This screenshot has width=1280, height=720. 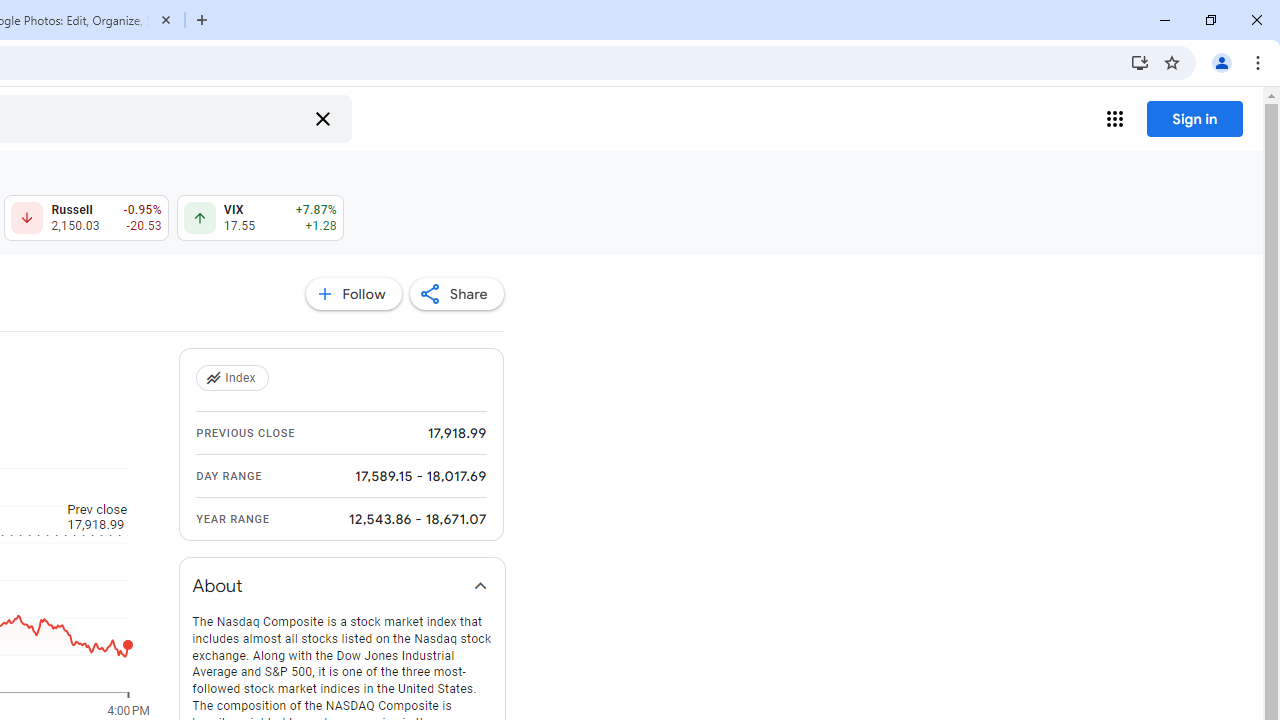 What do you see at coordinates (1139, 61) in the screenshot?
I see `'Install Google Finance'` at bounding box center [1139, 61].